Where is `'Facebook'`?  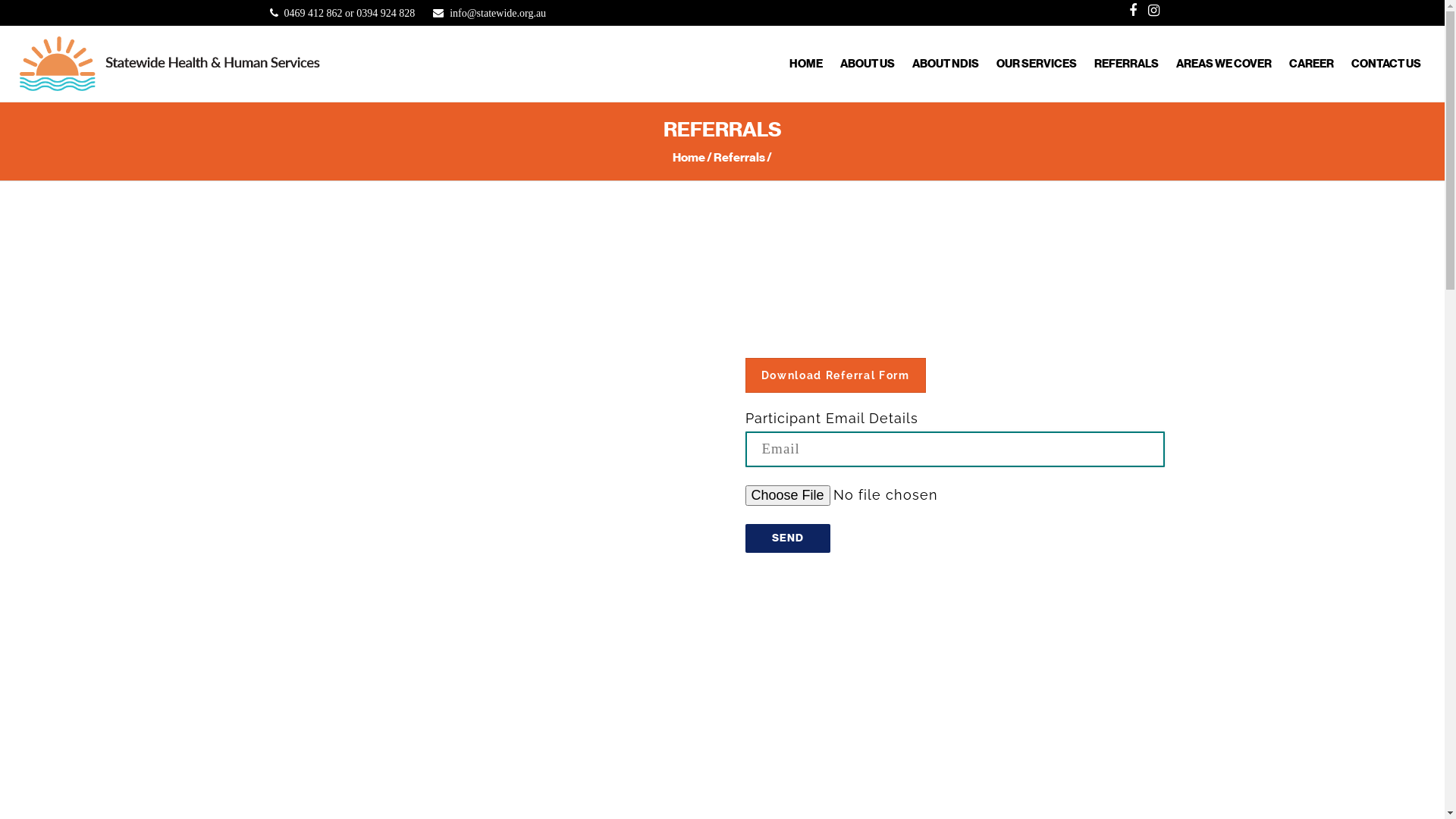
'Facebook' is located at coordinates (1124, 11).